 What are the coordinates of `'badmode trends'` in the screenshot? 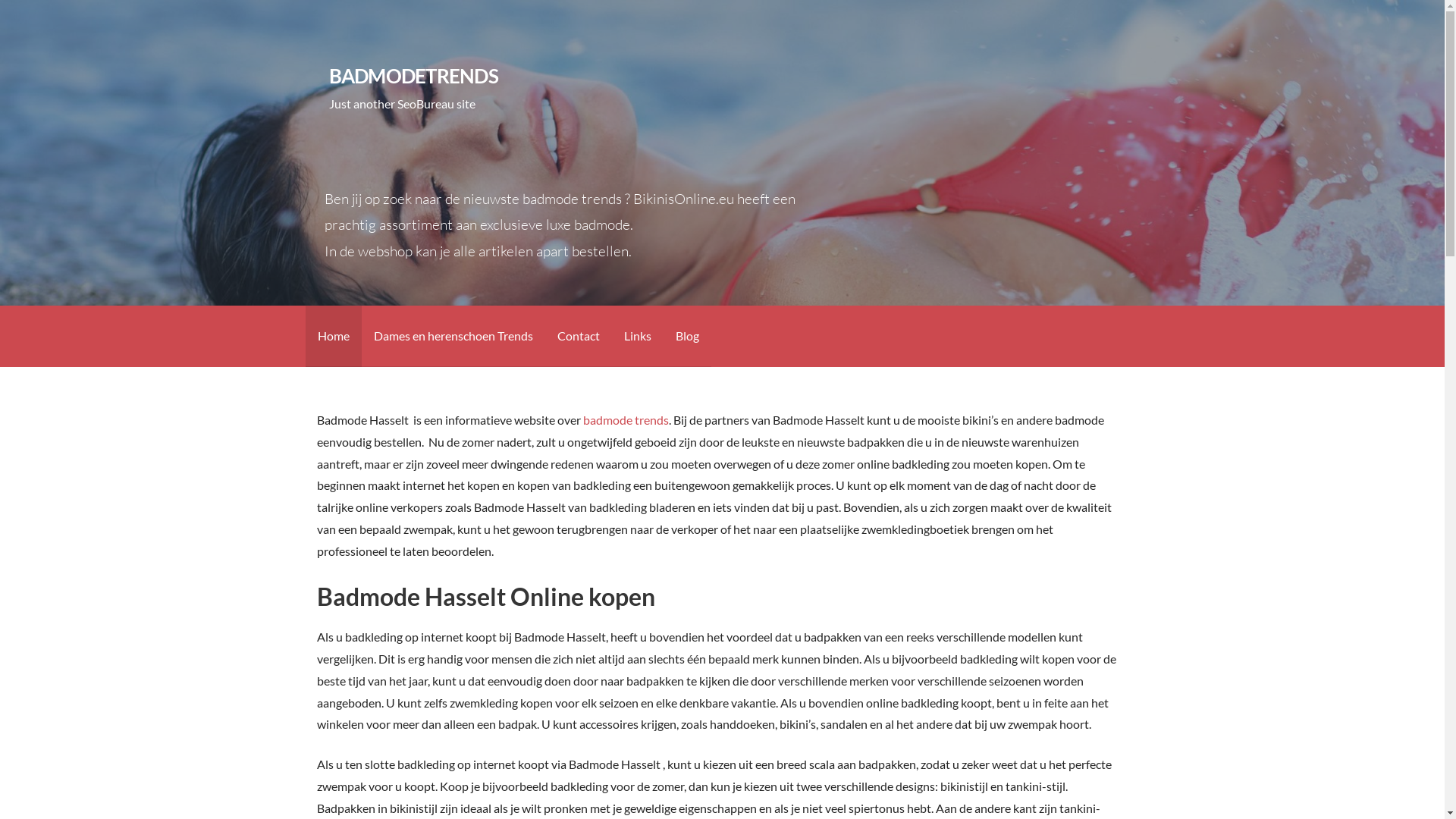 It's located at (582, 419).